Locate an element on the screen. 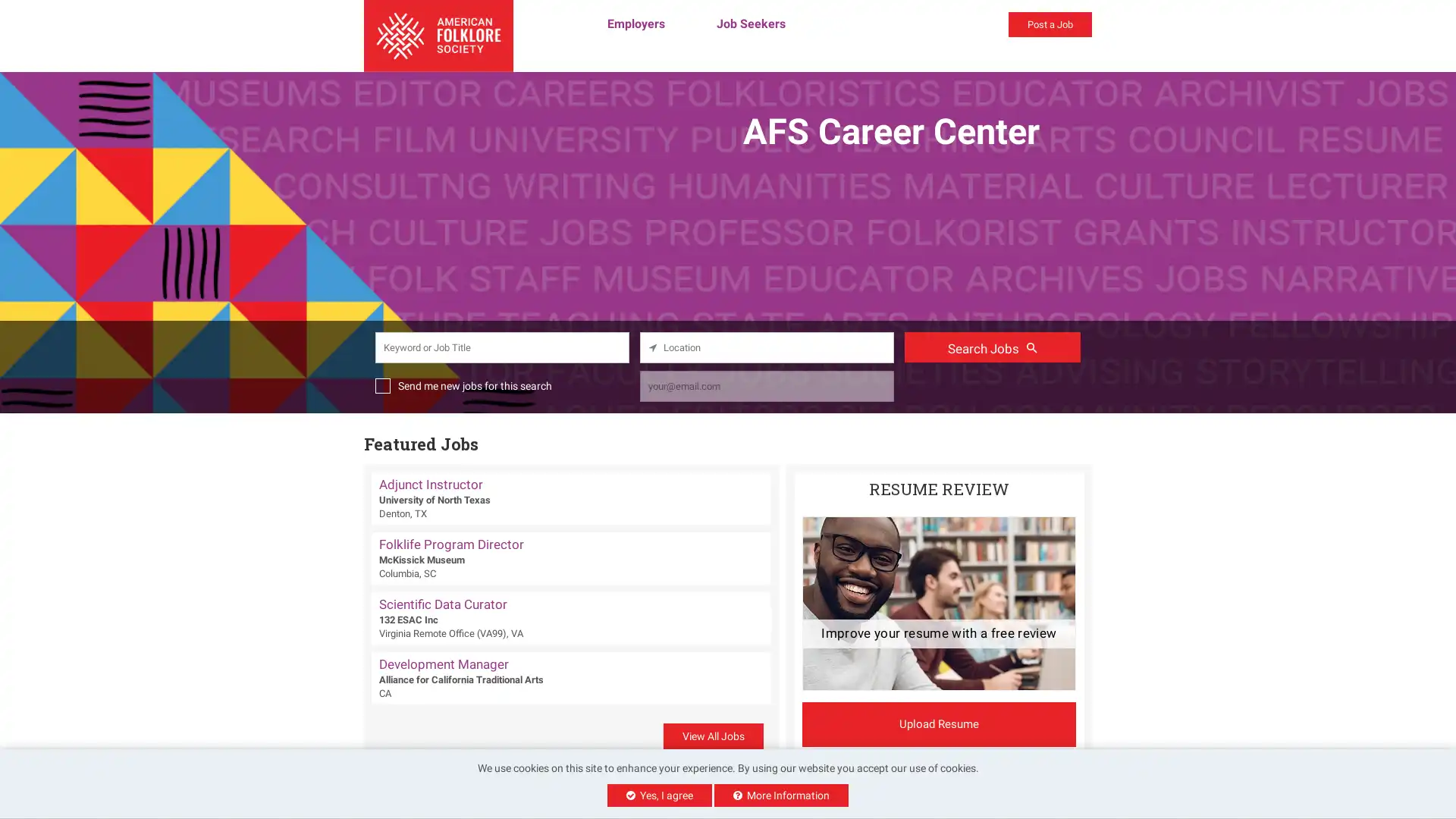 This screenshot has width=1456, height=819. Yes, I agree is located at coordinates (659, 795).